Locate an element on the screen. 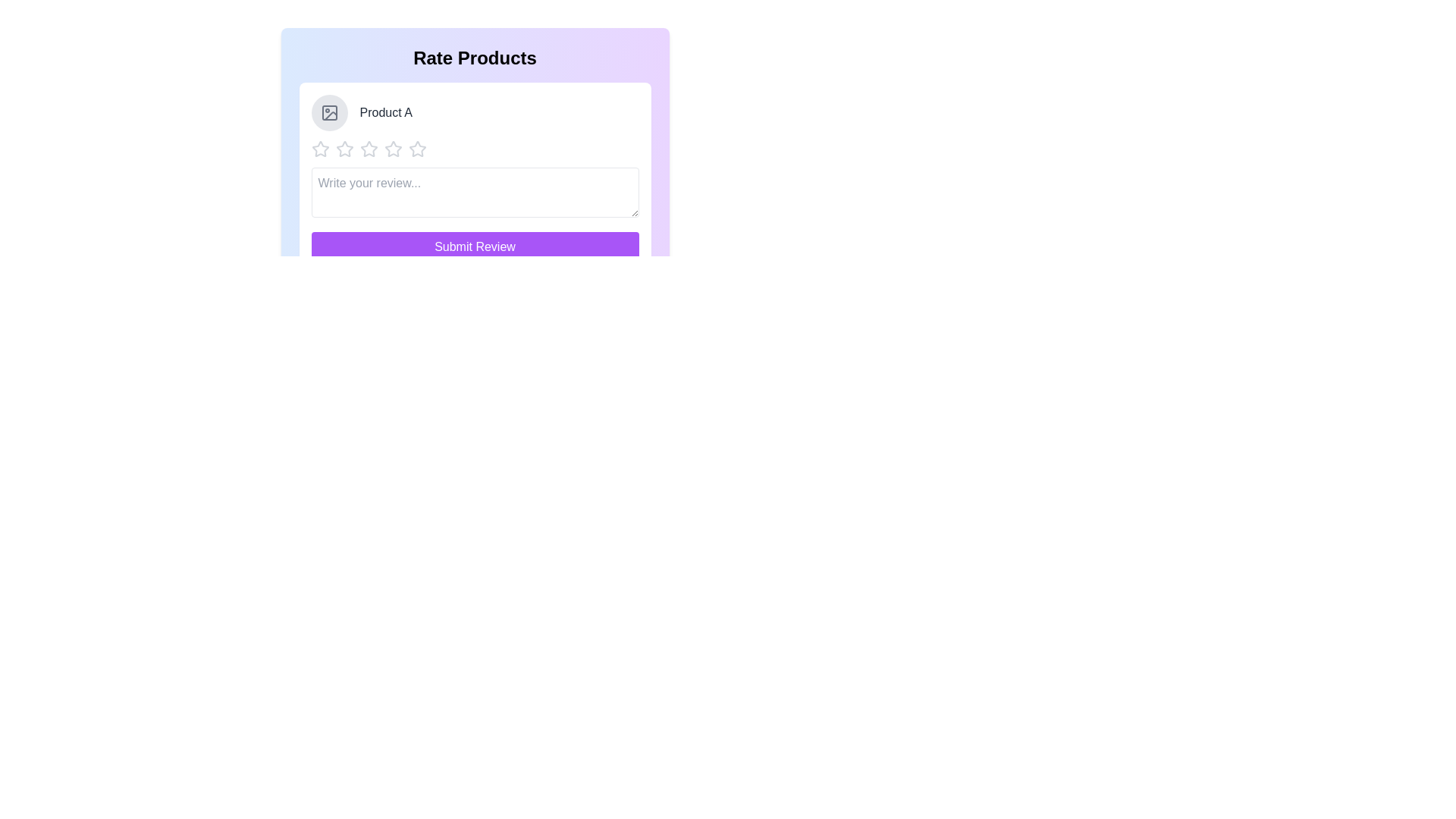  the text area to focus and enable writing a review is located at coordinates (474, 192).